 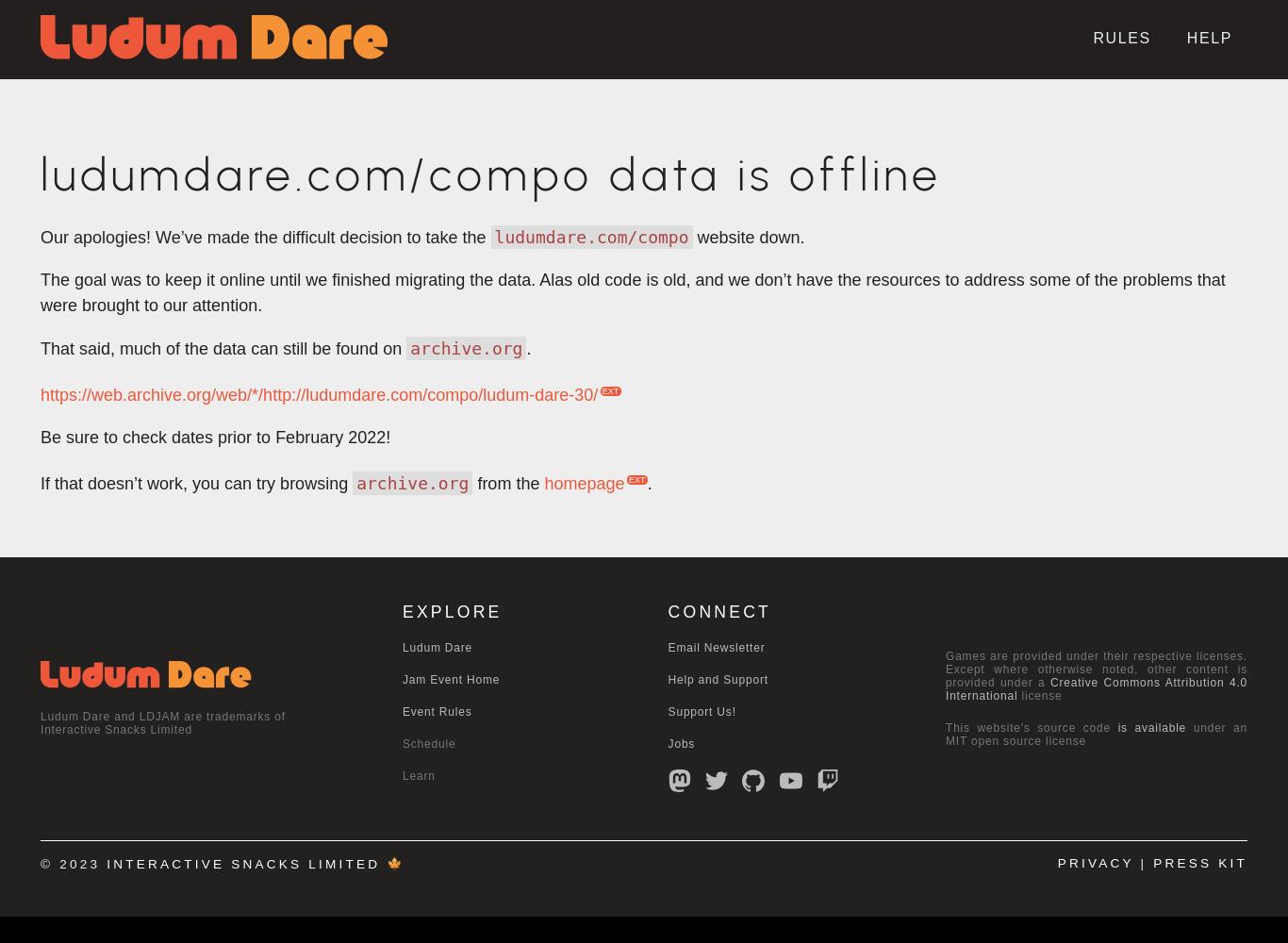 What do you see at coordinates (417, 775) in the screenshot?
I see `'Learn'` at bounding box center [417, 775].